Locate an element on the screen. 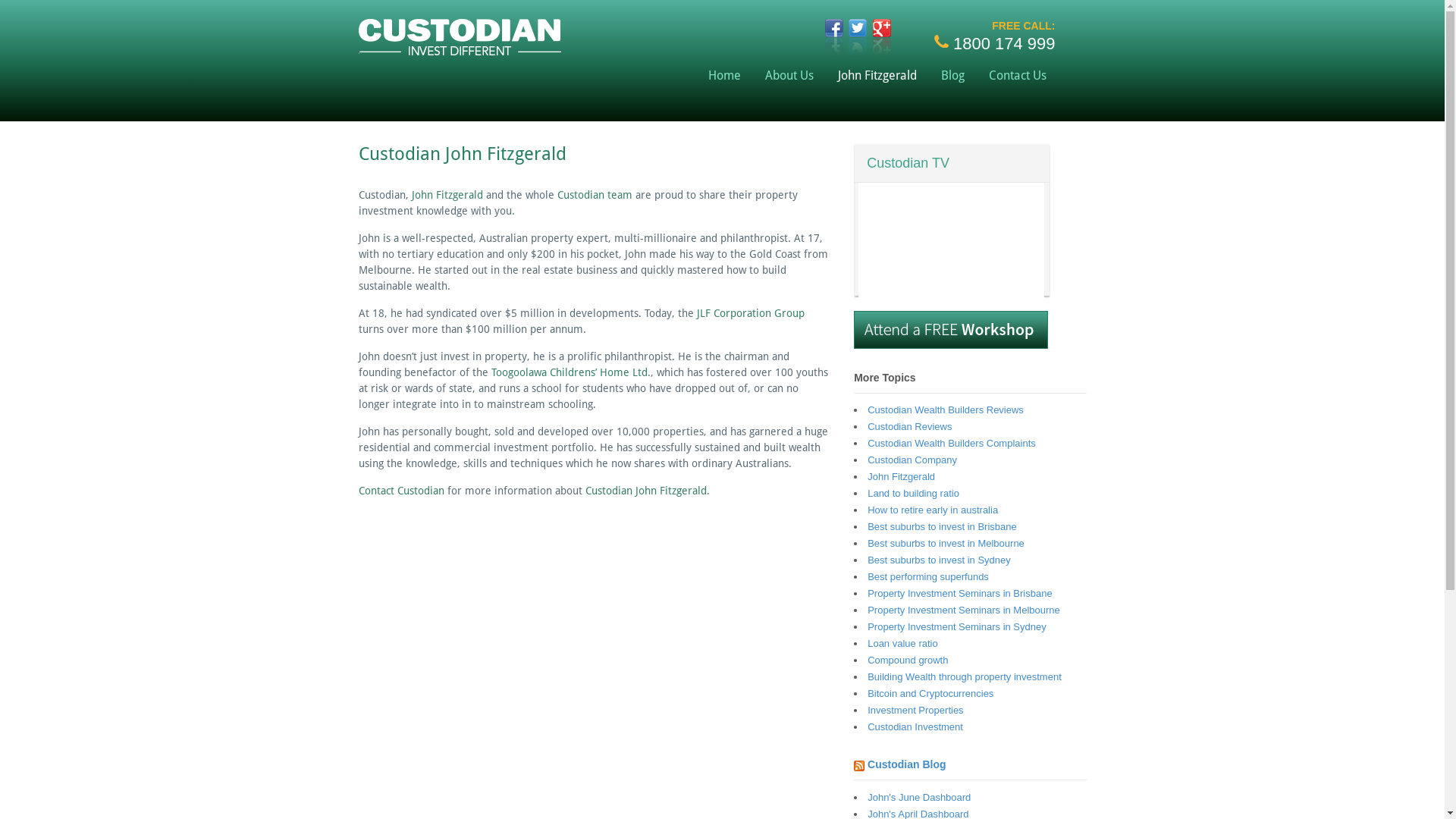  'Building Wealth through property investment' is located at coordinates (964, 676).